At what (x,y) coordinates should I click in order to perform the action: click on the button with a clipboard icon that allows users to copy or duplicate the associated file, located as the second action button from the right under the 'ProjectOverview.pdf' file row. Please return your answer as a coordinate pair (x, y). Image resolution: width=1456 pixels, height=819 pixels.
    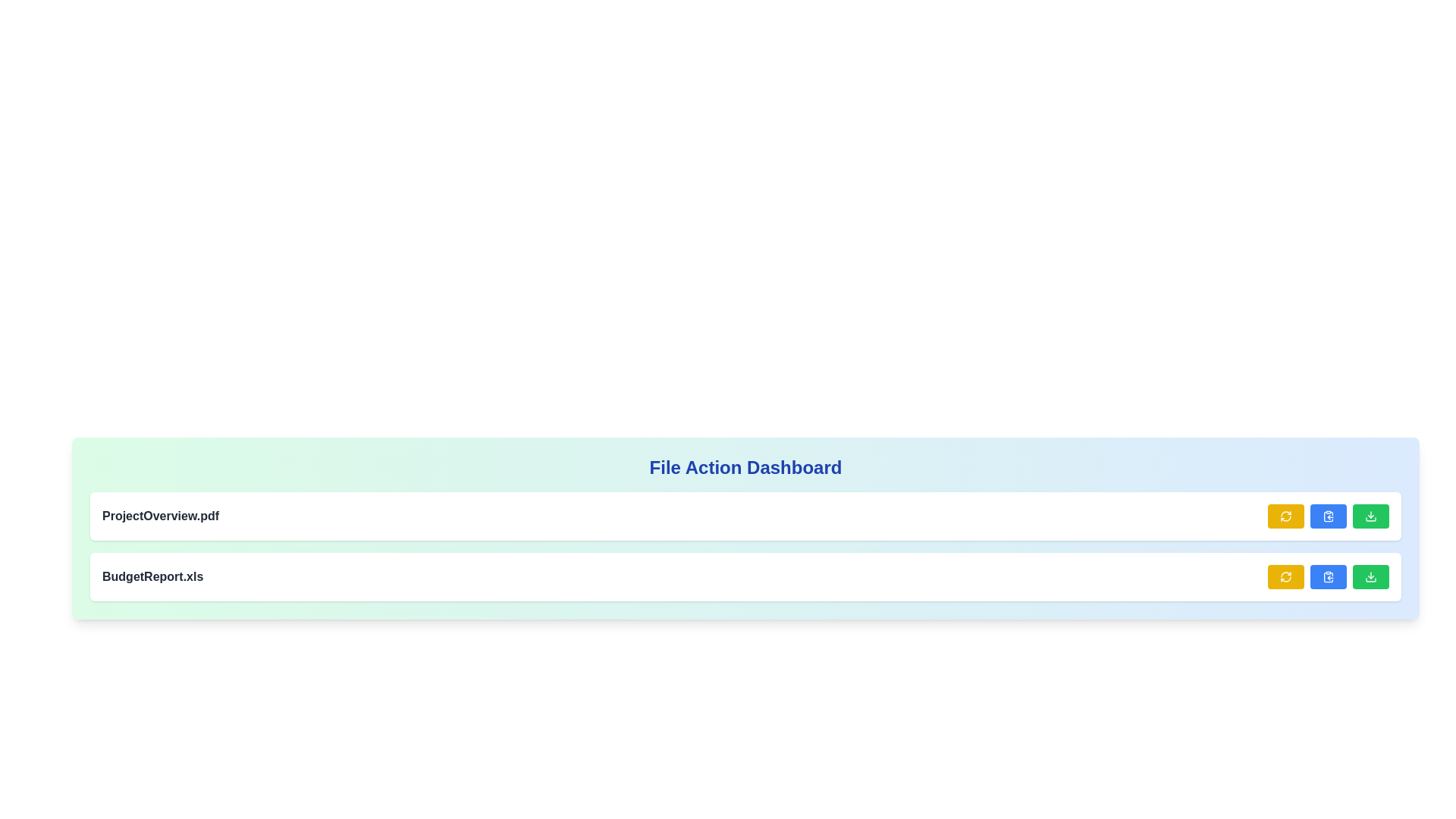
    Looking at the image, I should click on (1328, 516).